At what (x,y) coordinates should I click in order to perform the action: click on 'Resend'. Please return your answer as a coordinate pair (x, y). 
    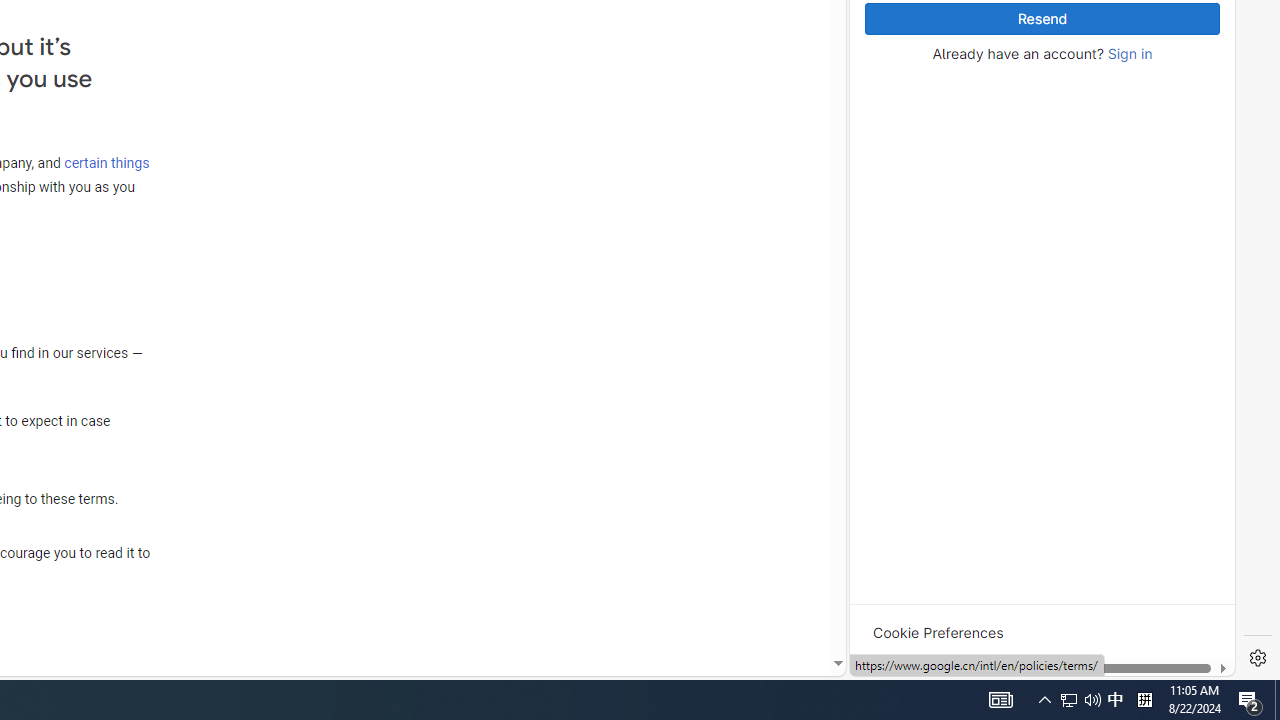
    Looking at the image, I should click on (1041, 19).